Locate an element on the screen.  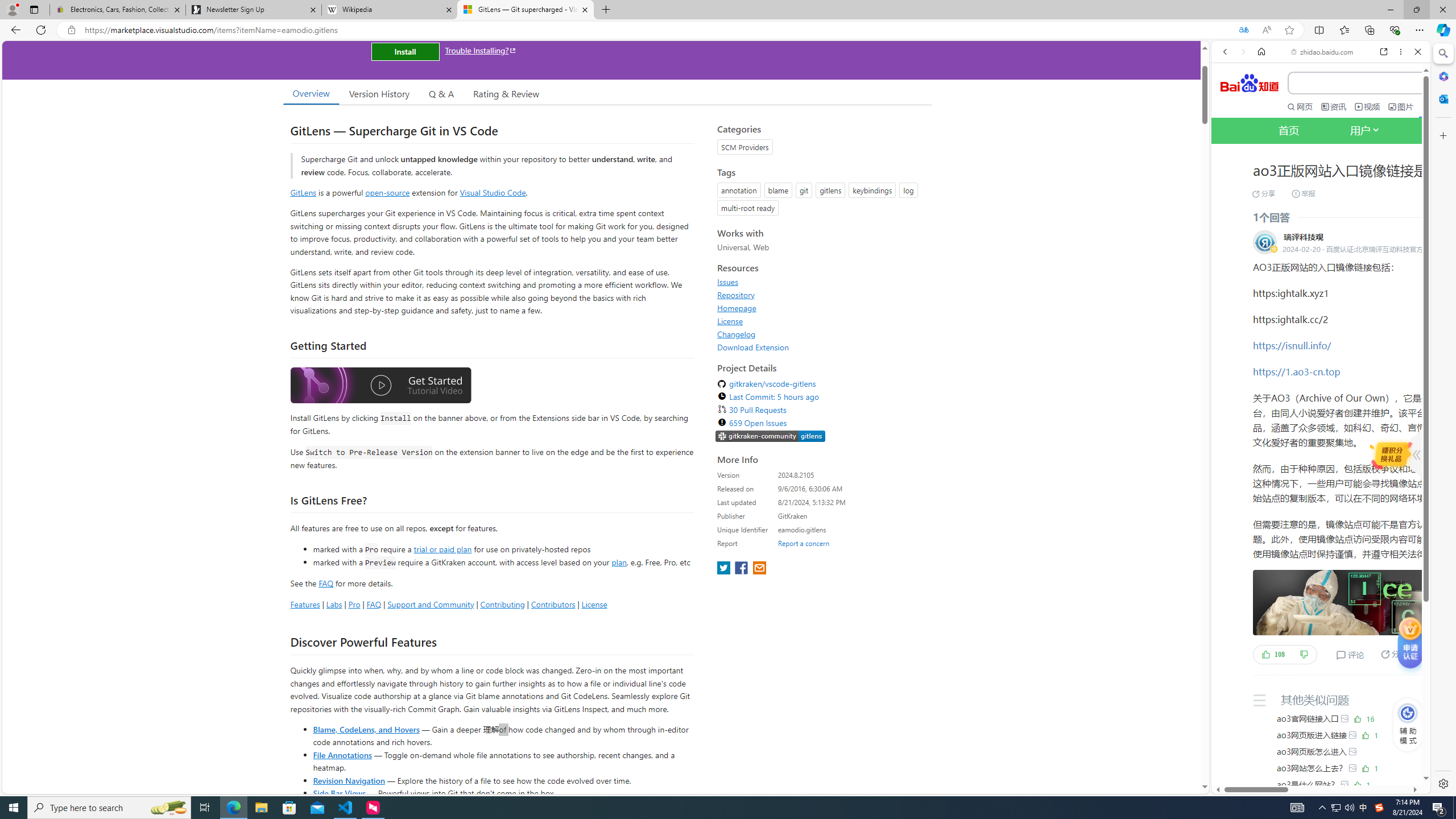
'Version History' is located at coordinates (378, 93).